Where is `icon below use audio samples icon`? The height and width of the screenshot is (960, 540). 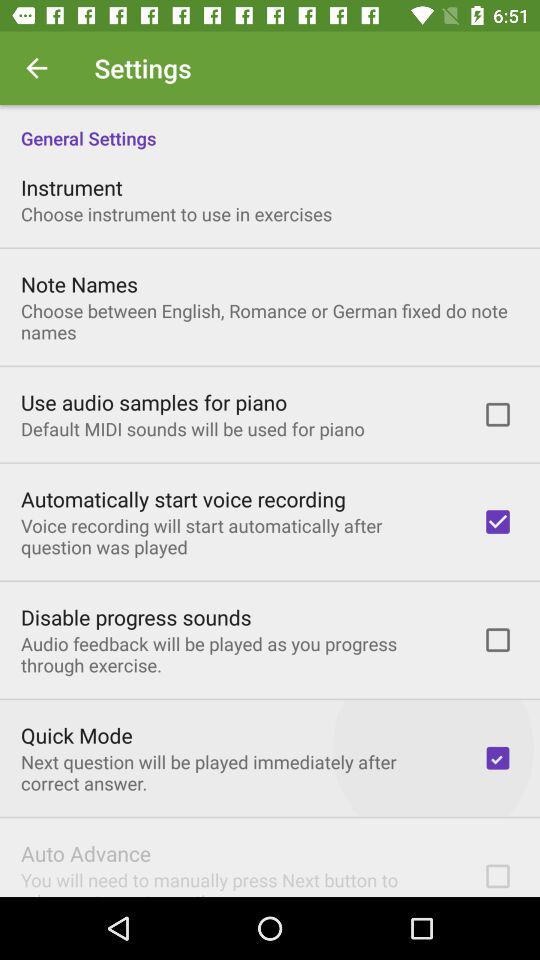 icon below use audio samples icon is located at coordinates (192, 429).